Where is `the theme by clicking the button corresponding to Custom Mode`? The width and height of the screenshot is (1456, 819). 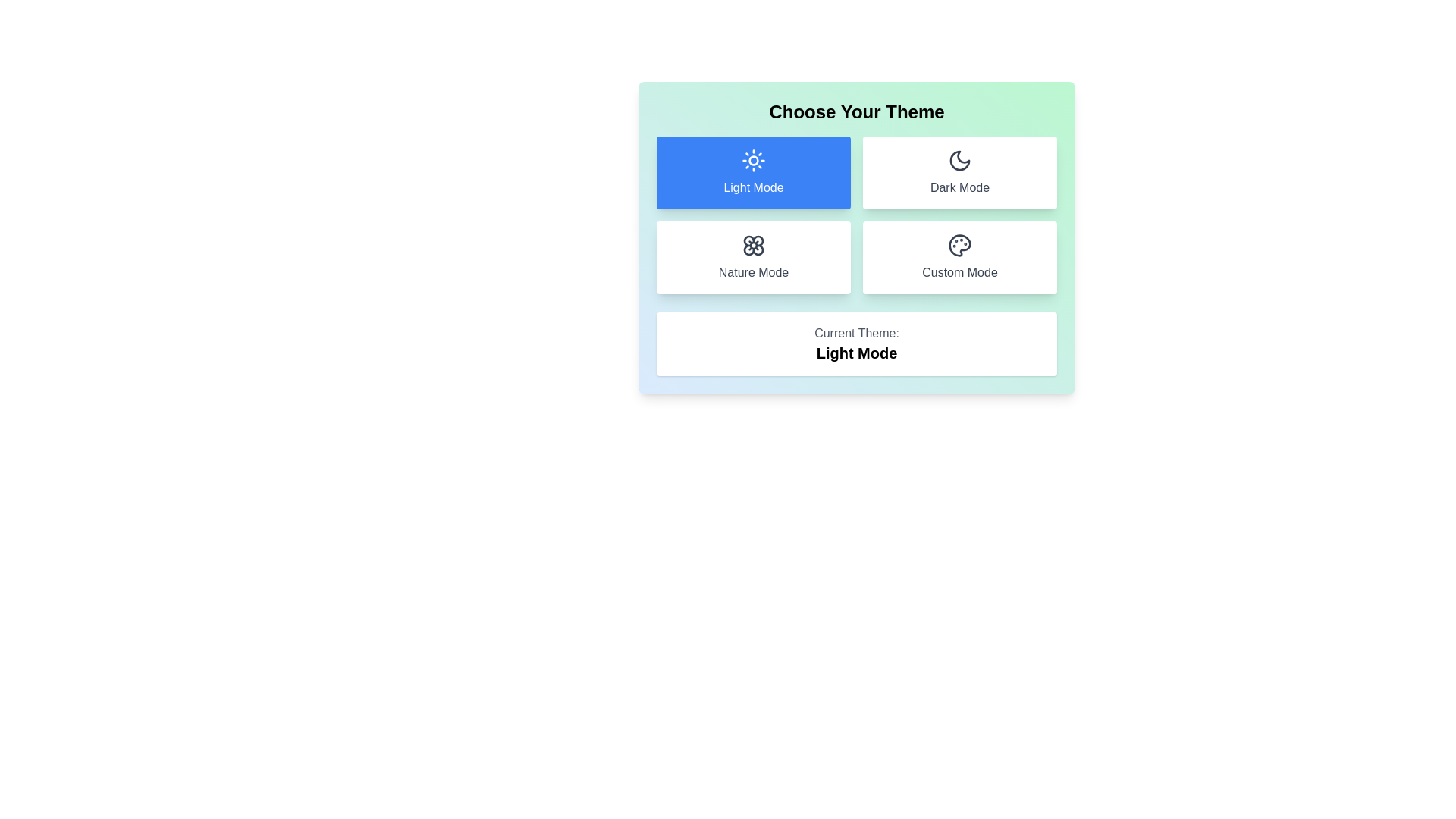 the theme by clicking the button corresponding to Custom Mode is located at coordinates (959, 256).